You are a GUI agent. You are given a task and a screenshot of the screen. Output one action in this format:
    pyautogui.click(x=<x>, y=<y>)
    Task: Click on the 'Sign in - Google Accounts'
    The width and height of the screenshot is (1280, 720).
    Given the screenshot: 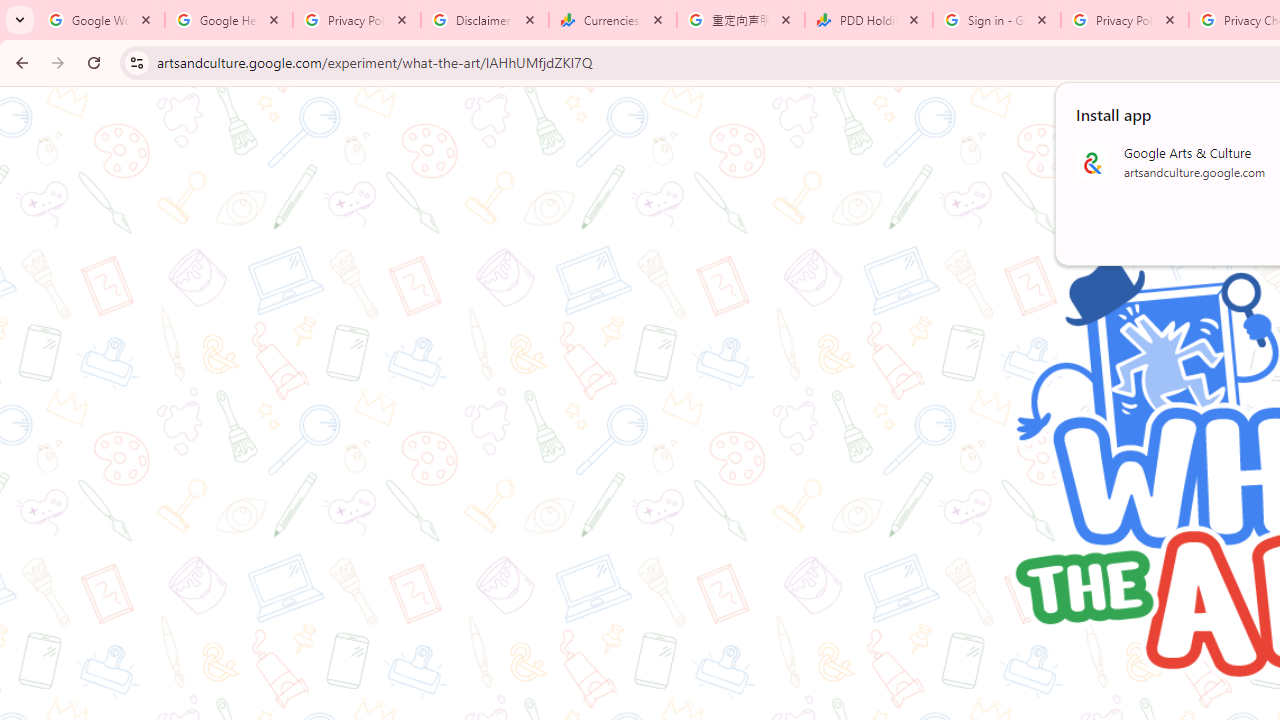 What is the action you would take?
    pyautogui.click(x=997, y=20)
    